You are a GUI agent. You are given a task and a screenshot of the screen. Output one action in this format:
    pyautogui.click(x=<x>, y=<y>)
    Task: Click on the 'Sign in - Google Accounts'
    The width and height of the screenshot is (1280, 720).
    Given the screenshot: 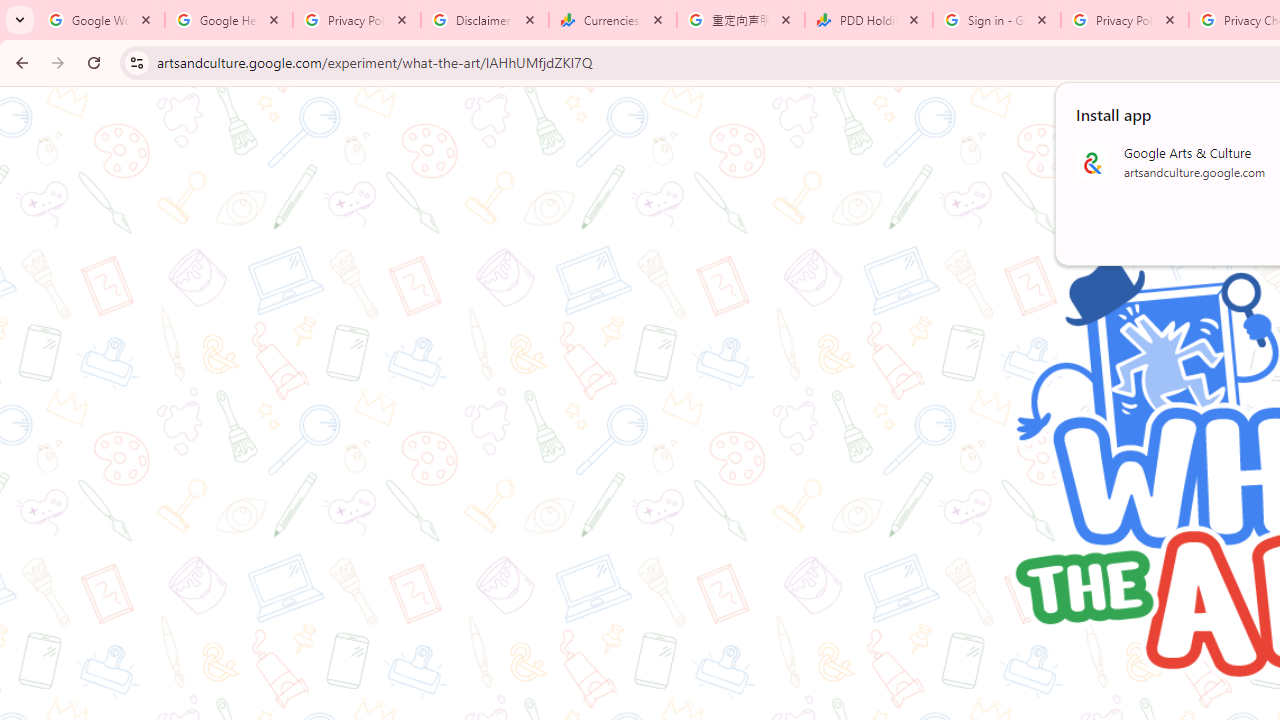 What is the action you would take?
    pyautogui.click(x=997, y=20)
    